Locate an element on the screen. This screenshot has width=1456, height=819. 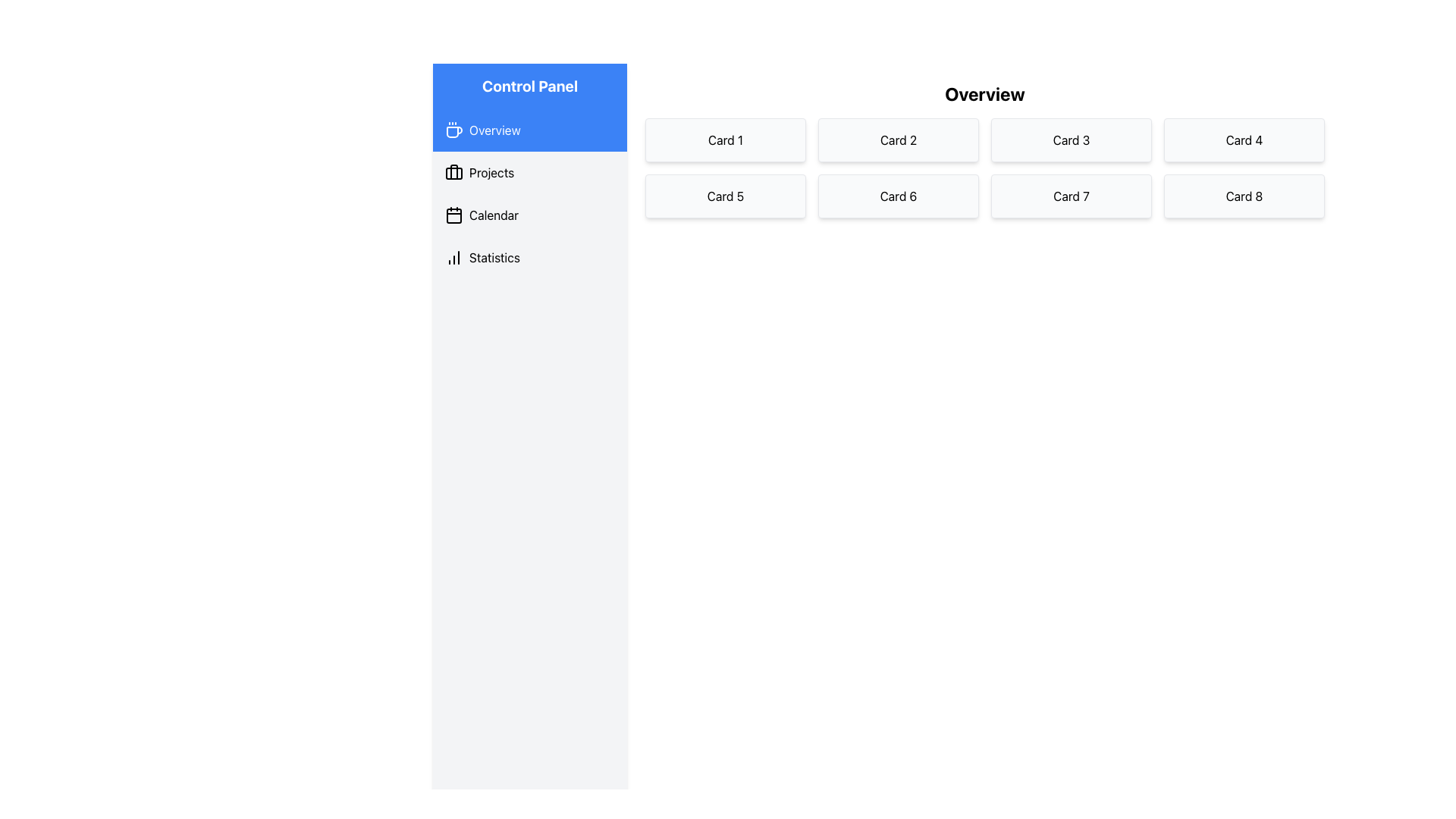
the coffee cup icon located is located at coordinates (453, 130).